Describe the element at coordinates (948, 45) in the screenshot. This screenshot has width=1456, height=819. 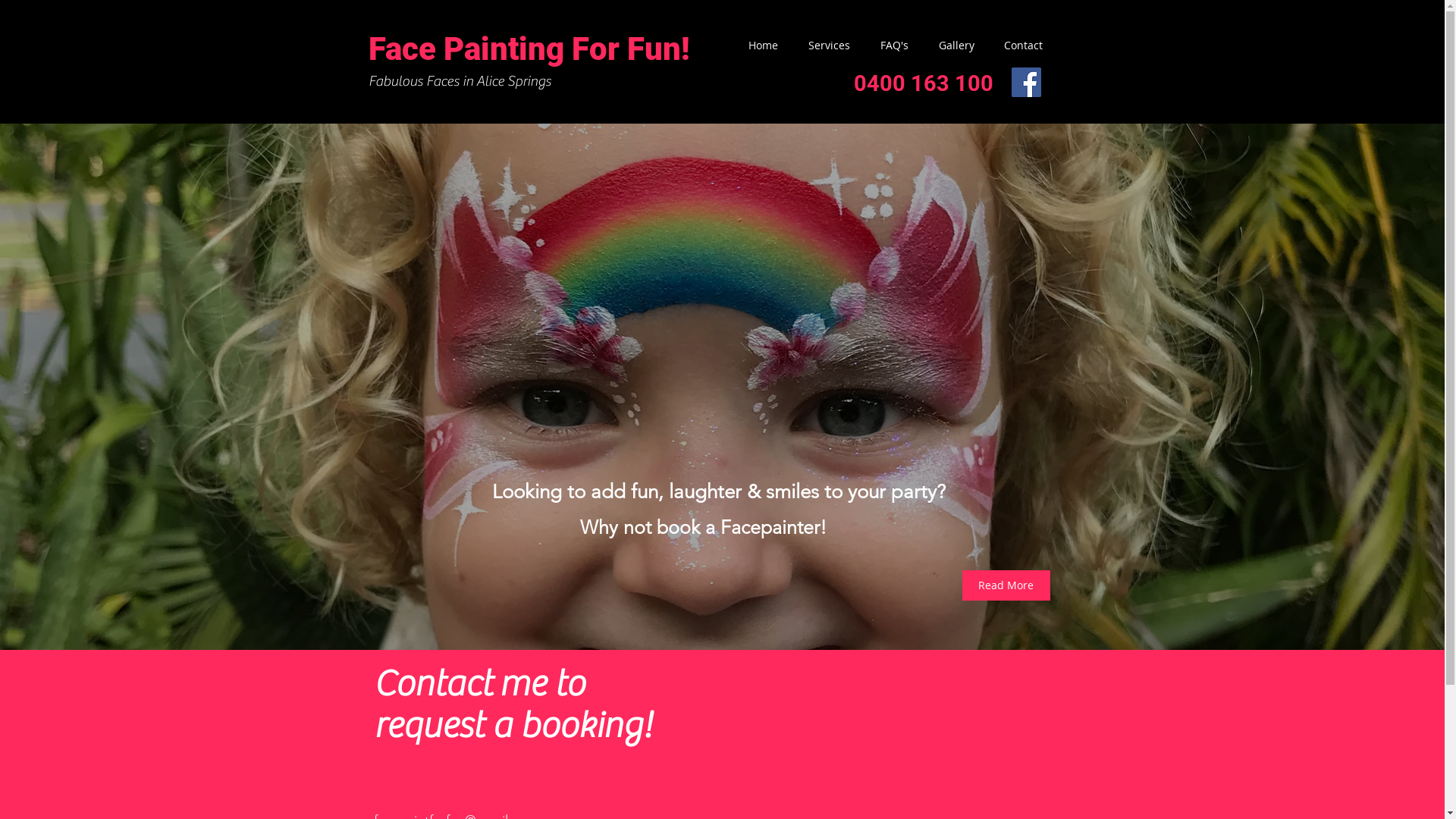
I see `'Gallery'` at that location.